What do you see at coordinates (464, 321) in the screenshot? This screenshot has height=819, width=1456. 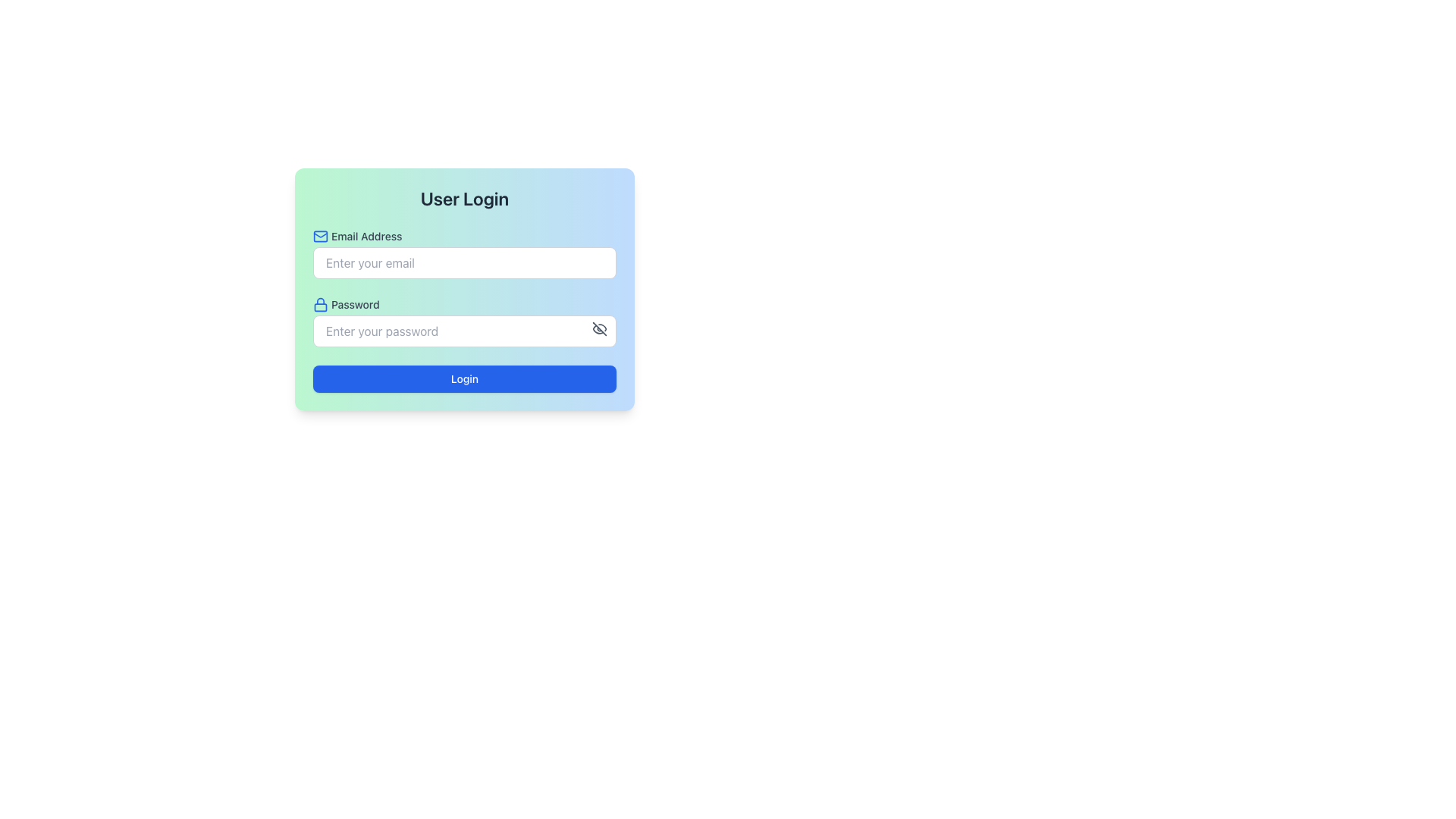 I see `the Password Input Field` at bounding box center [464, 321].